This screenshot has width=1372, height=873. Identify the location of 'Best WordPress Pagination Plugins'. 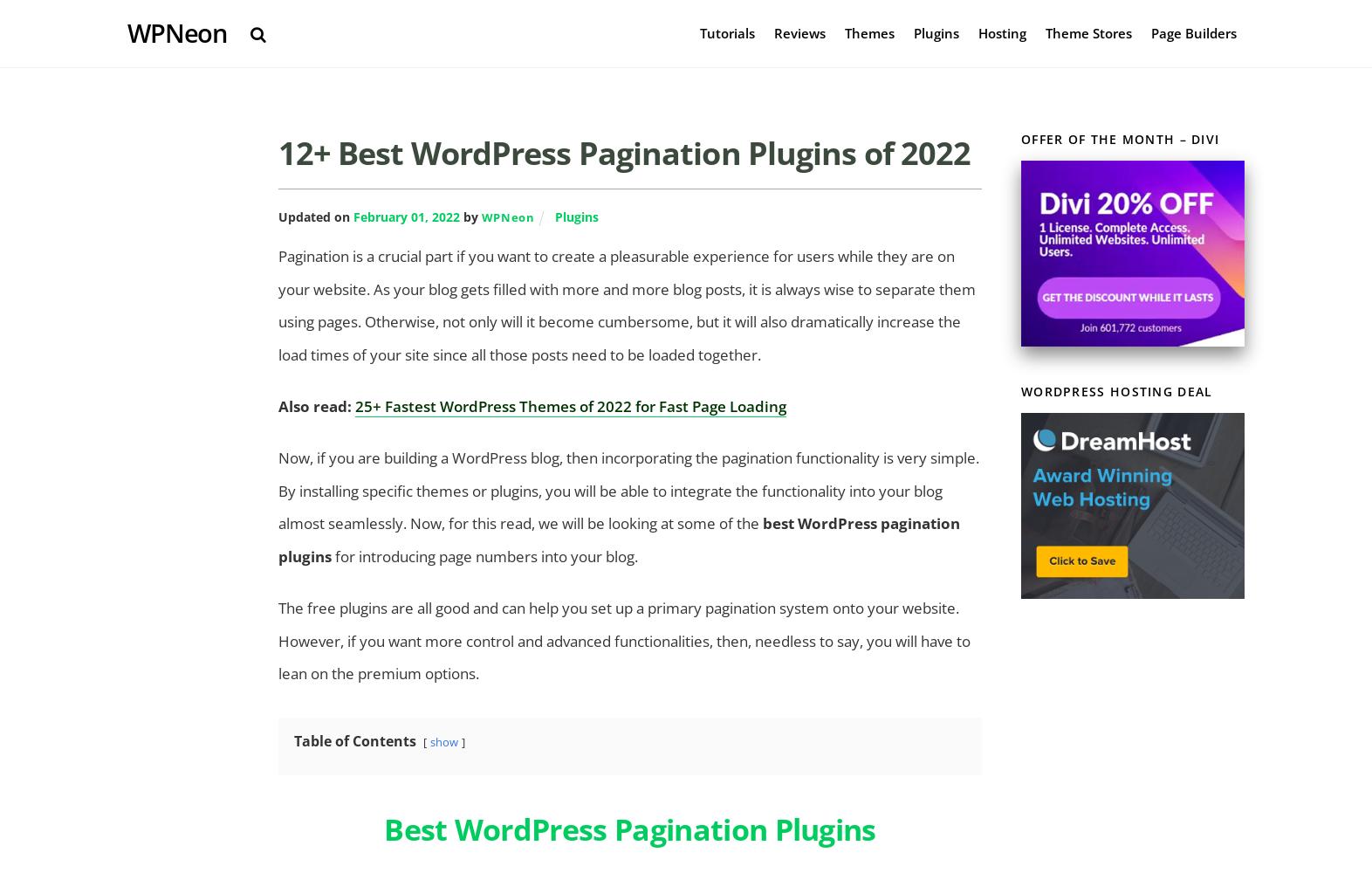
(629, 828).